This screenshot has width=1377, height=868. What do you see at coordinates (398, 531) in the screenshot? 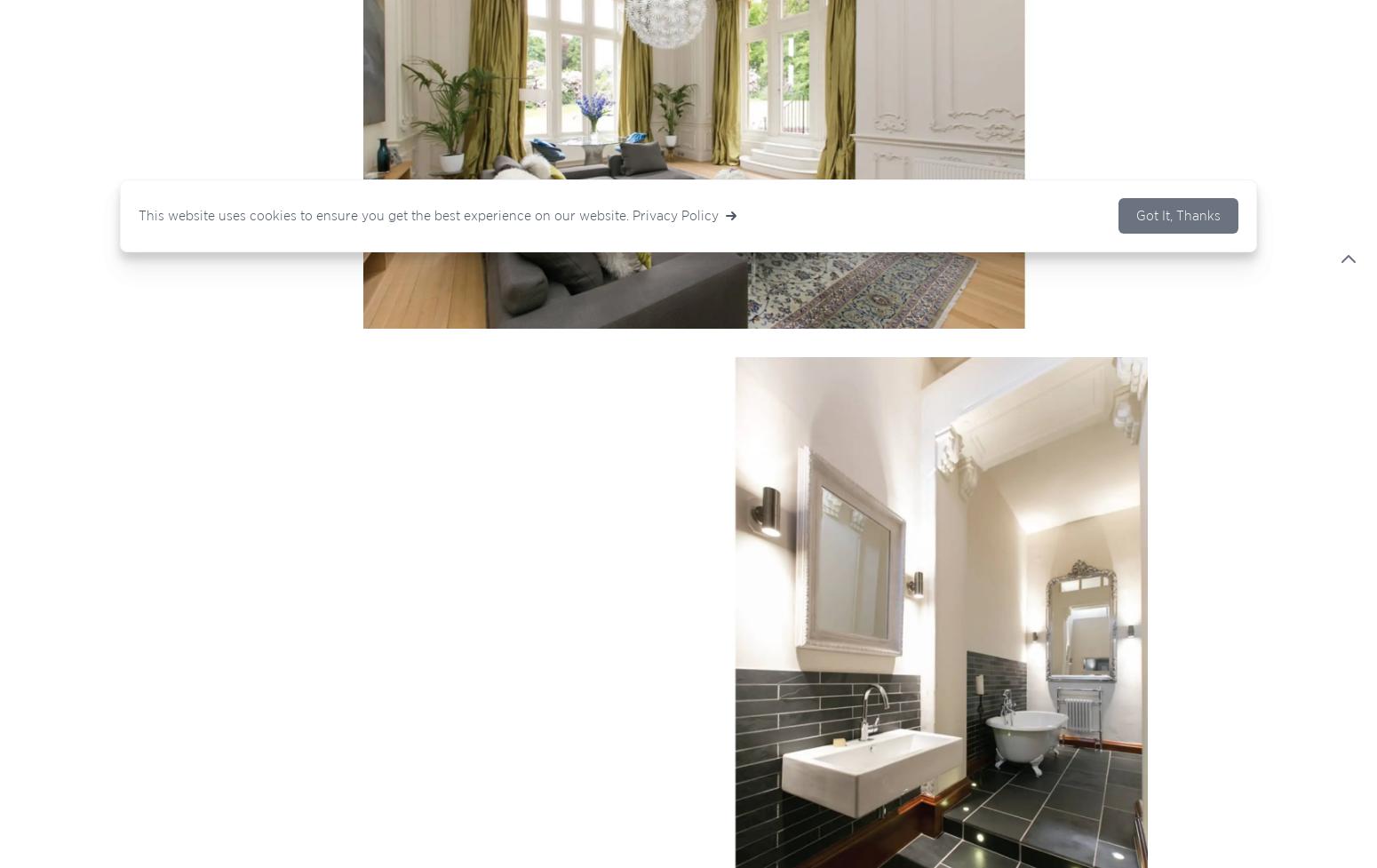
I see `'0141 959 8752'` at bounding box center [398, 531].